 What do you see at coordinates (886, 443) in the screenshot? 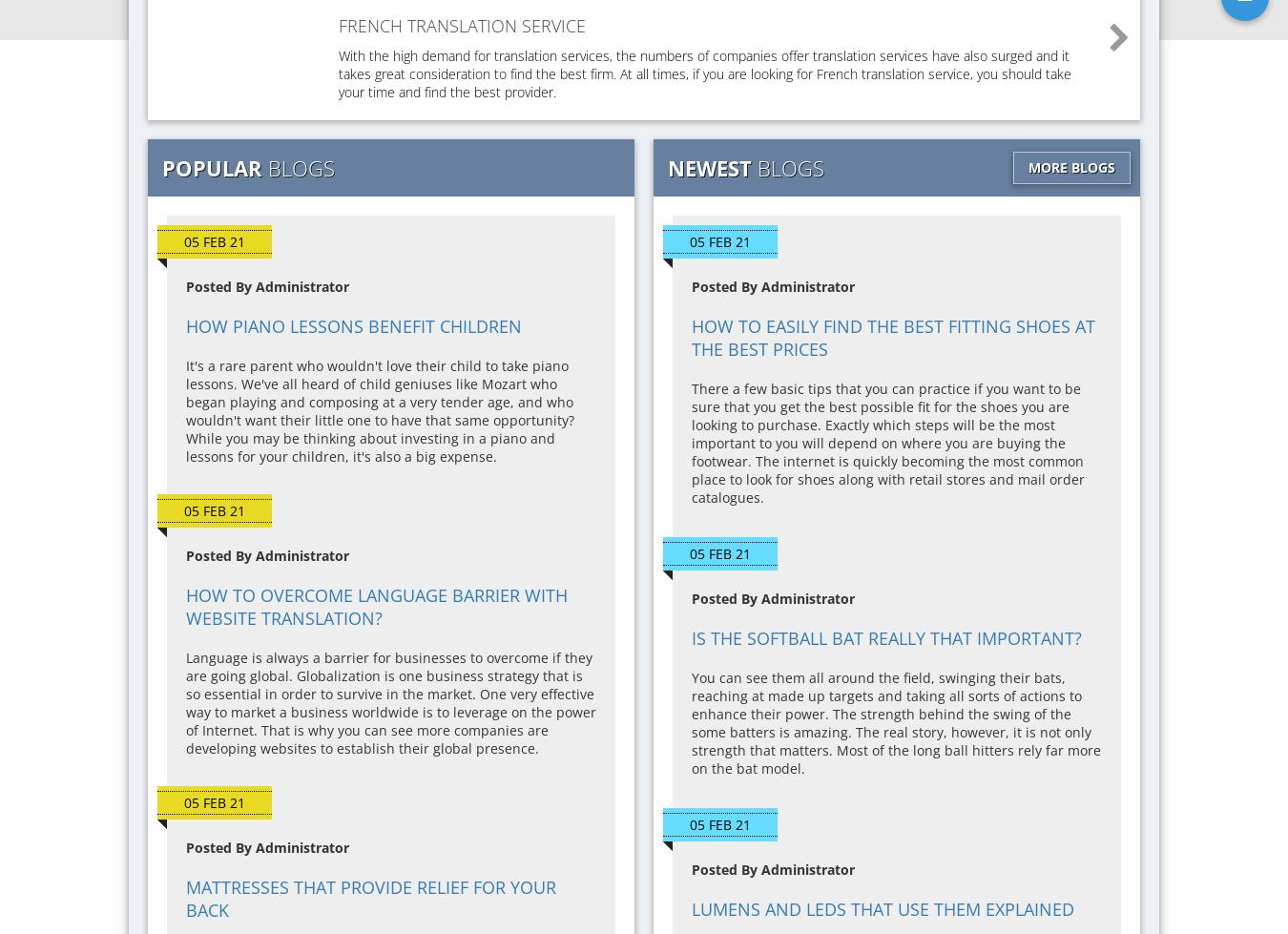
I see `'There a few basic tips that you can practice if you want to be sure that you get the best possible fit for the shoes you are looking to purchase. Exactly which steps will be the most important to you will depend on where you are buying the footwear. The internet is quickly becoming the most common place to look for shoes along with retail stores and mail order catalogues.'` at bounding box center [886, 443].